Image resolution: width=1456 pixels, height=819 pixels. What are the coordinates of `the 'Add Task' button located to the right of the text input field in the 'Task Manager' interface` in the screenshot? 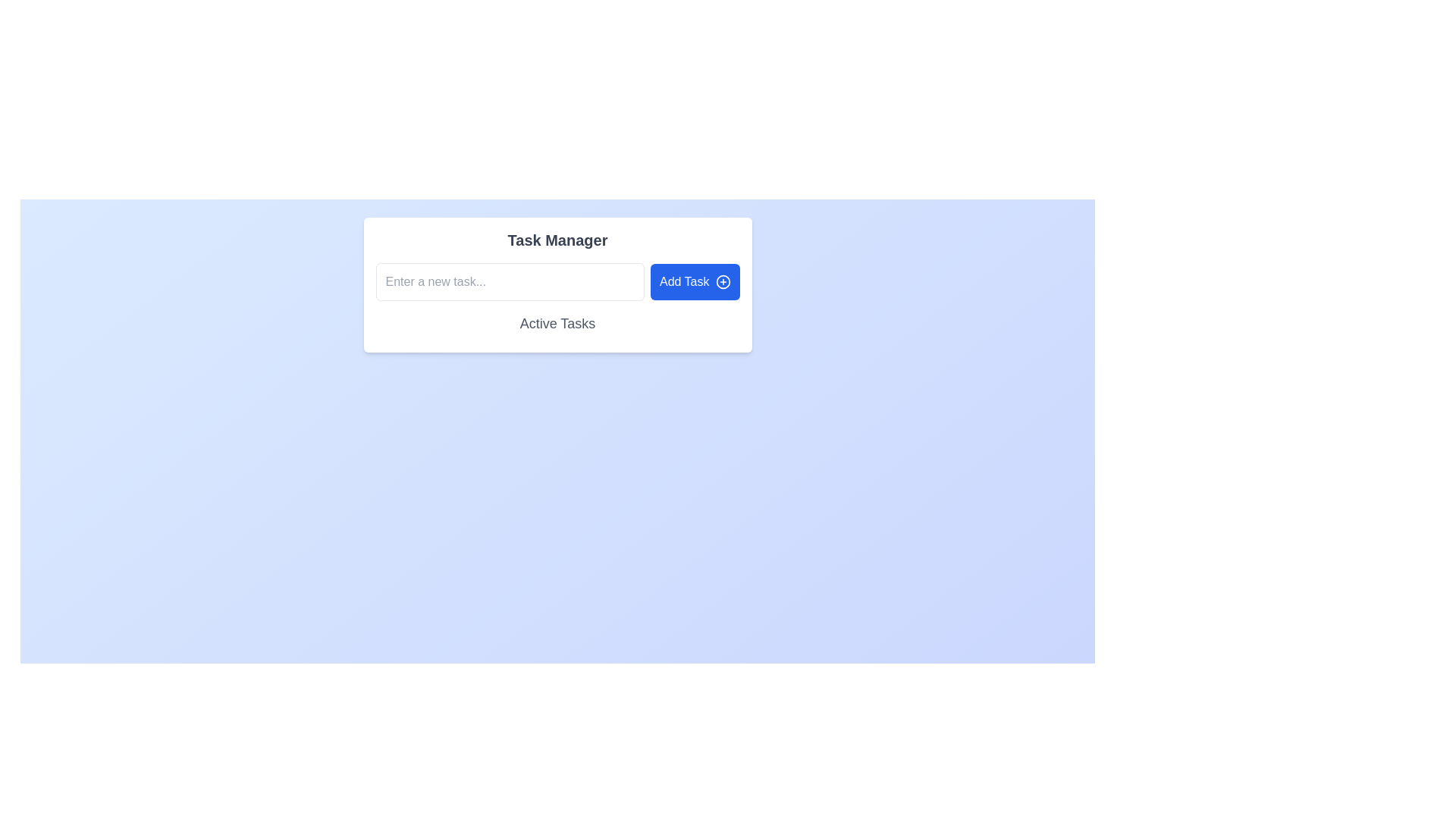 It's located at (694, 281).